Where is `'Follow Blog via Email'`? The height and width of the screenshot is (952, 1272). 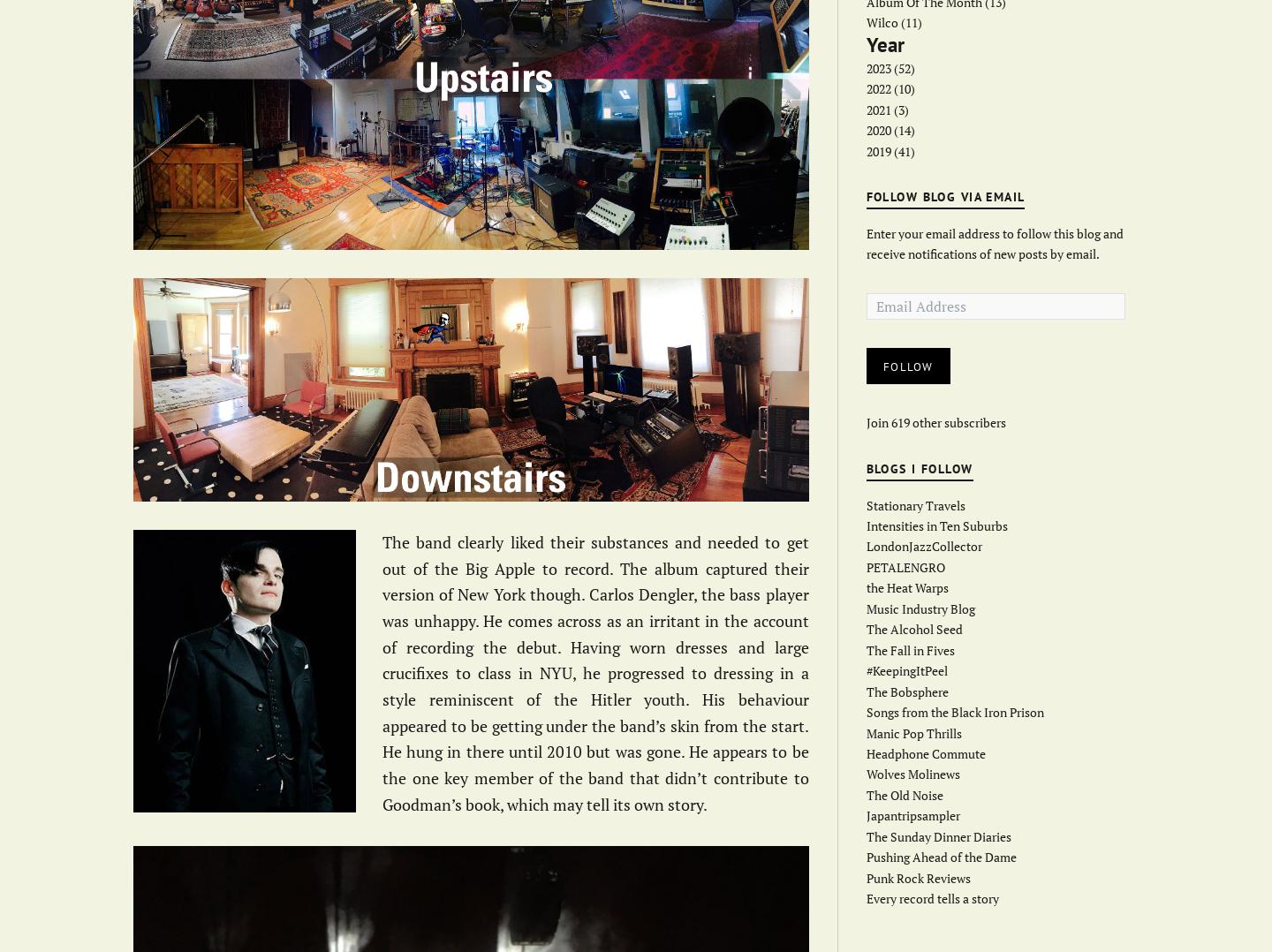 'Follow Blog via Email' is located at coordinates (945, 197).